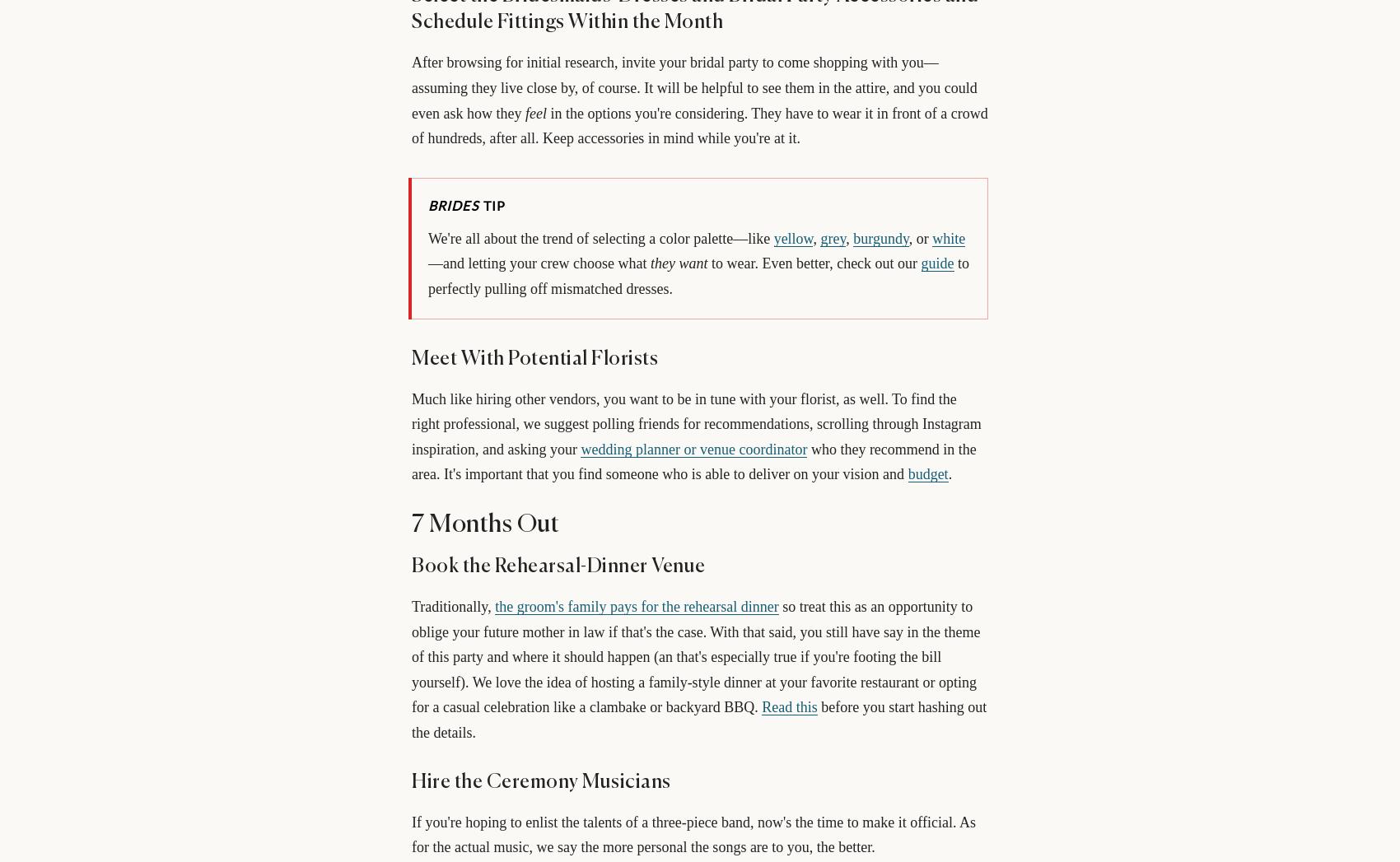 Image resolution: width=1400 pixels, height=862 pixels. Describe the element at coordinates (411, 422) in the screenshot. I see `'Much like hiring other vendors, you want to be in tune with your florist, as well. To find the right professional, we suggest polling friends for recommendations, scrolling through Instagram inspiration, and asking your'` at that location.